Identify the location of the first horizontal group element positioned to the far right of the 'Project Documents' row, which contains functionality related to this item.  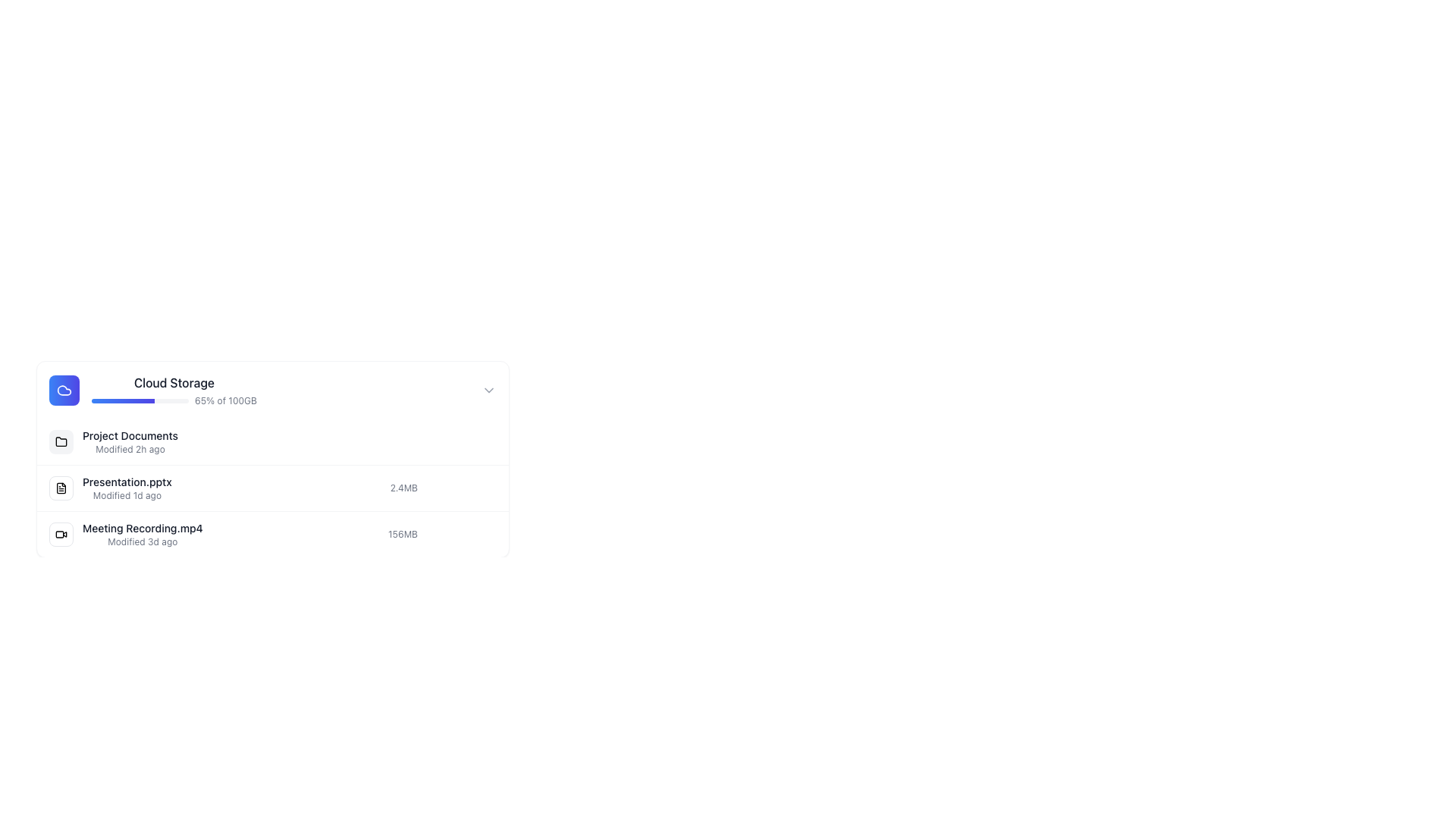
(462, 441).